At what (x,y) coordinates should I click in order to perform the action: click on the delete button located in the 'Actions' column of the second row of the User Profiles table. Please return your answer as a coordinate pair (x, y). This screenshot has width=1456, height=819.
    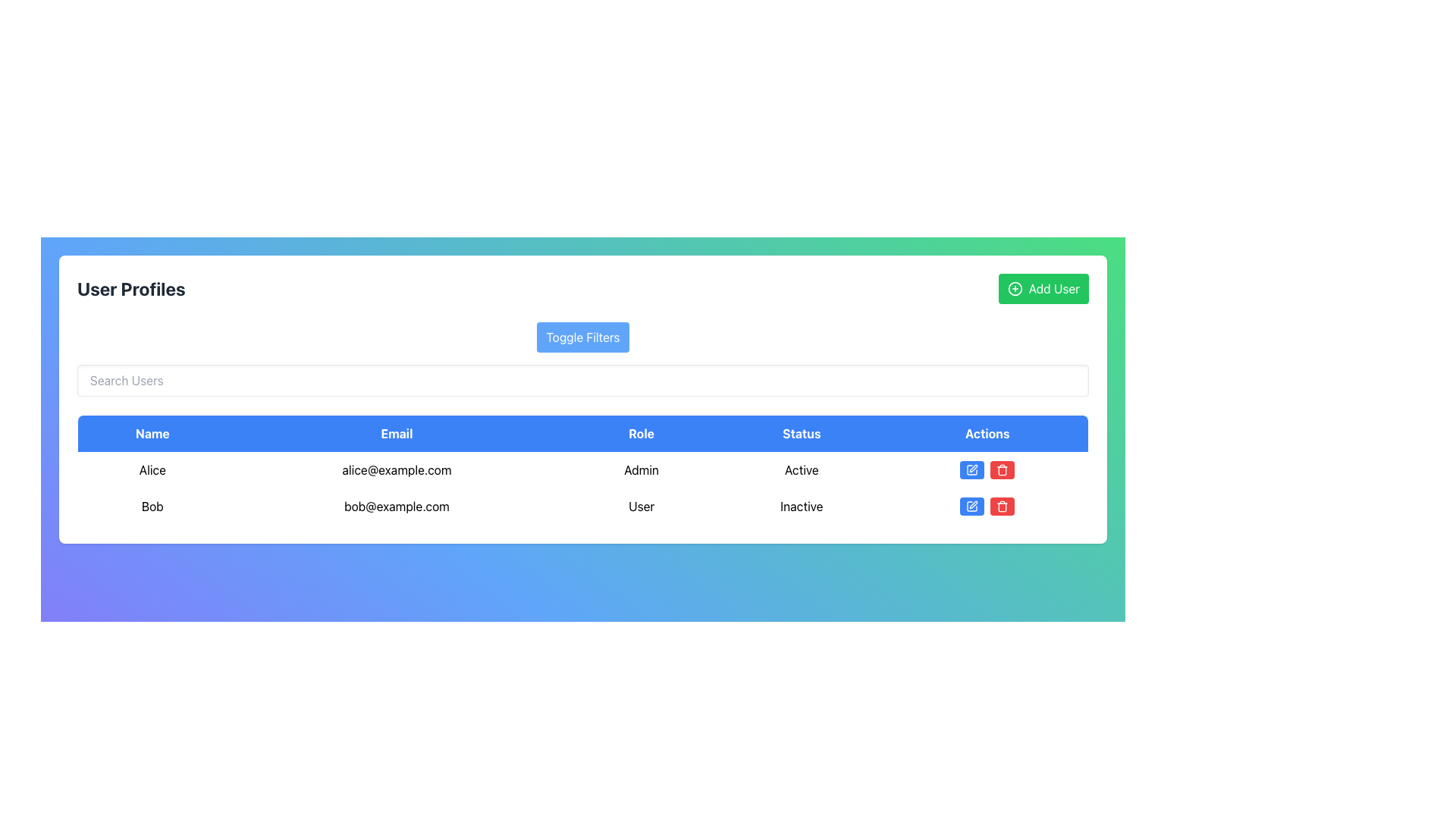
    Looking at the image, I should click on (1003, 469).